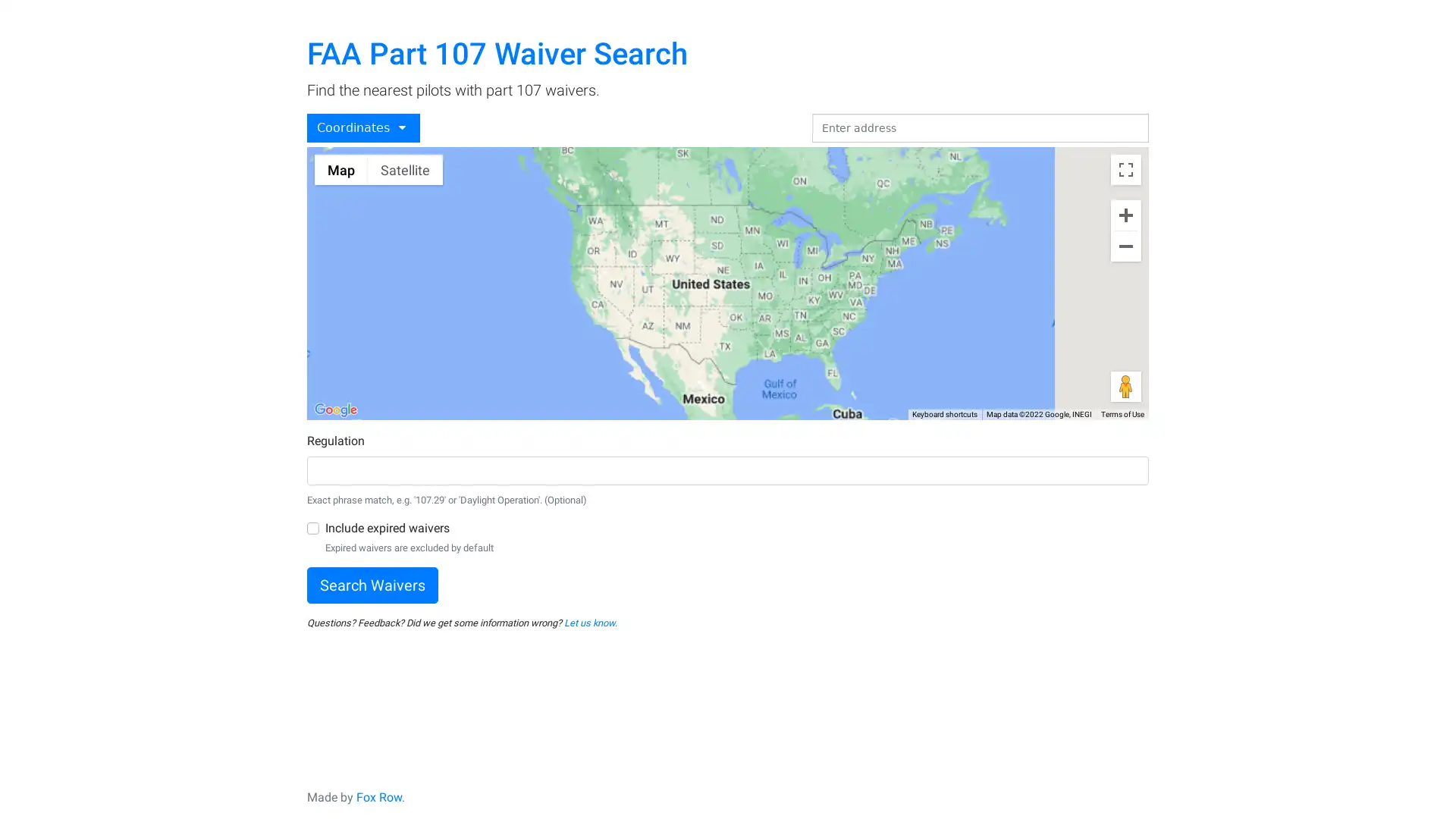 This screenshot has width=1456, height=819. What do you see at coordinates (1125, 215) in the screenshot?
I see `Zoom in` at bounding box center [1125, 215].